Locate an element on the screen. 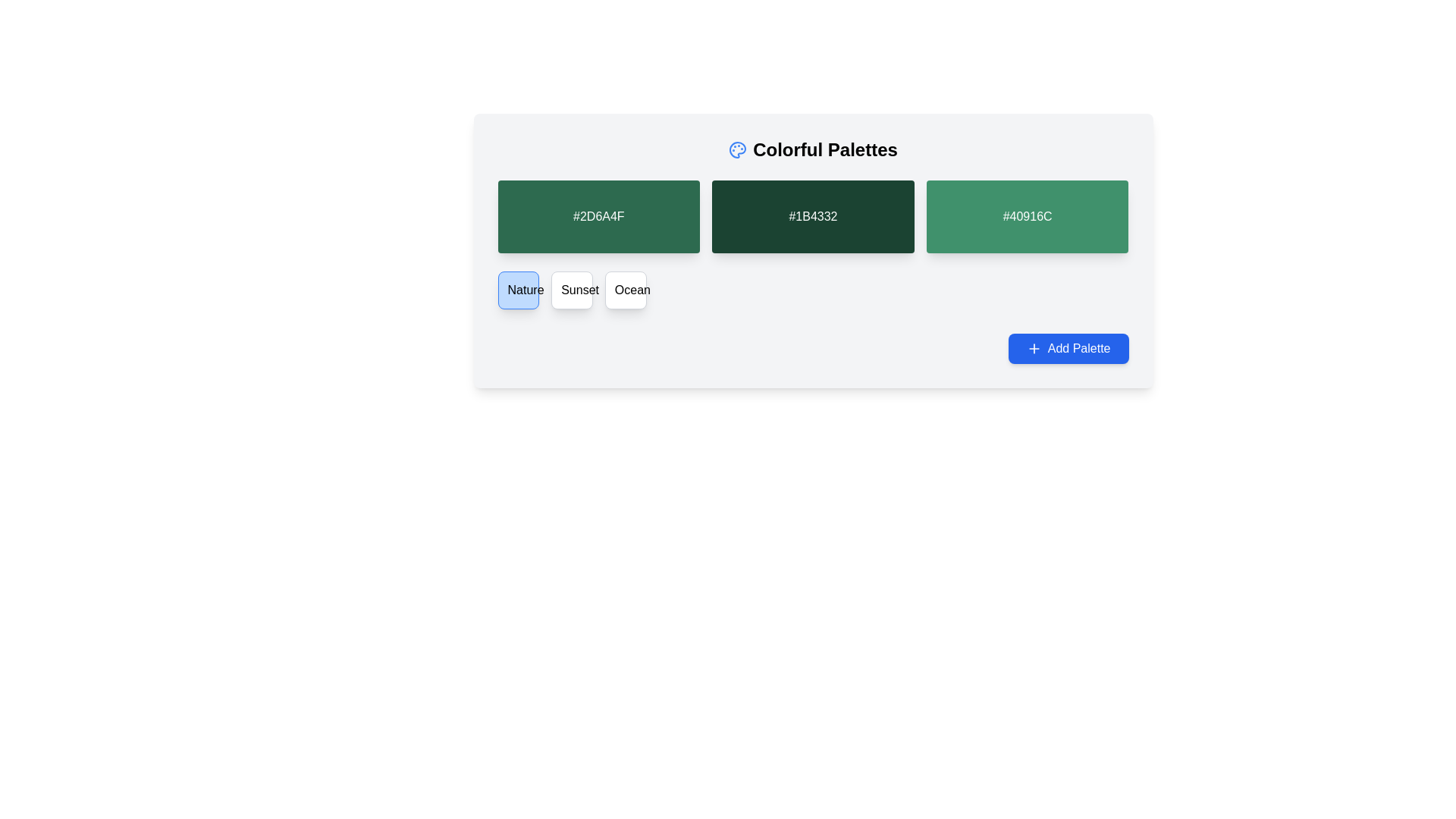  the small plus icon rendered in SVG format, located inside the 'Add Palette' button in the bottom right corner of the interface is located at coordinates (1033, 348).